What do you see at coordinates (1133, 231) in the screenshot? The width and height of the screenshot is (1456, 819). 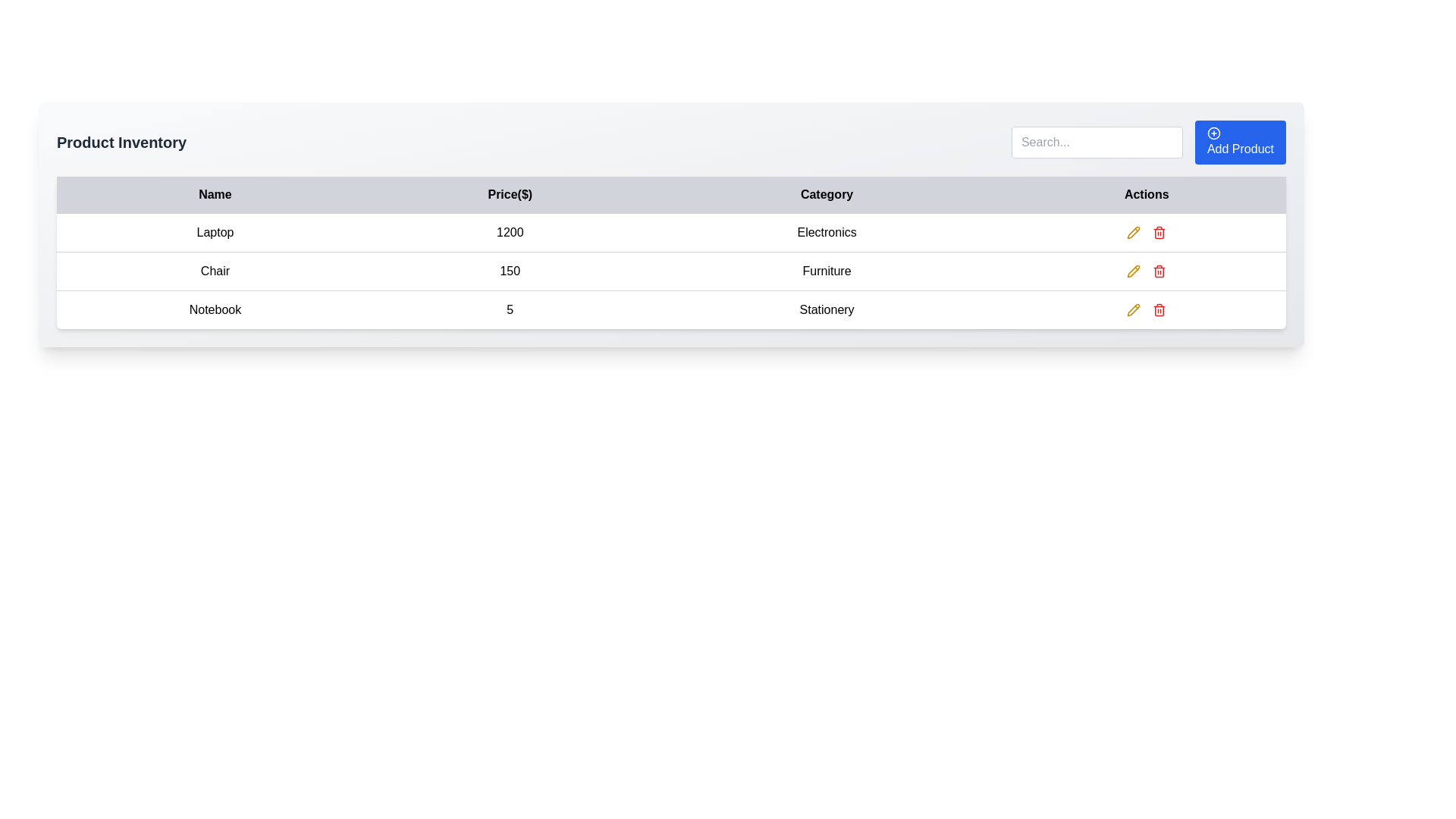 I see `the leftmost edit icon in the 'Actions' column of the table corresponding to the 'Chair' entry to initiate the edit functionality` at bounding box center [1133, 231].